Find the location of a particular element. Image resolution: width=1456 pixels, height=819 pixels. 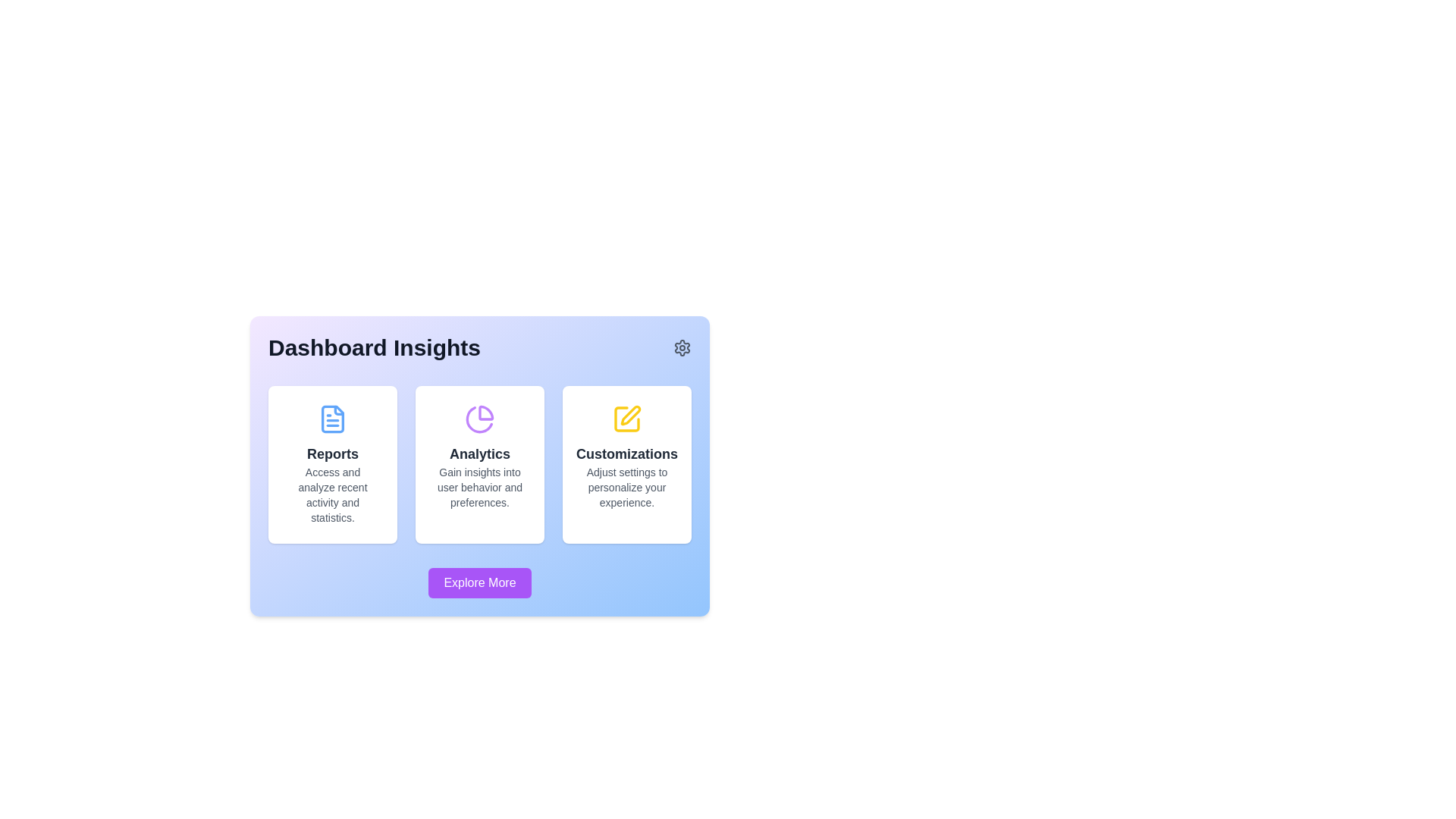

the gear-shaped icon in the top-right section of the 'Dashboard Insights' interface is located at coordinates (682, 348).